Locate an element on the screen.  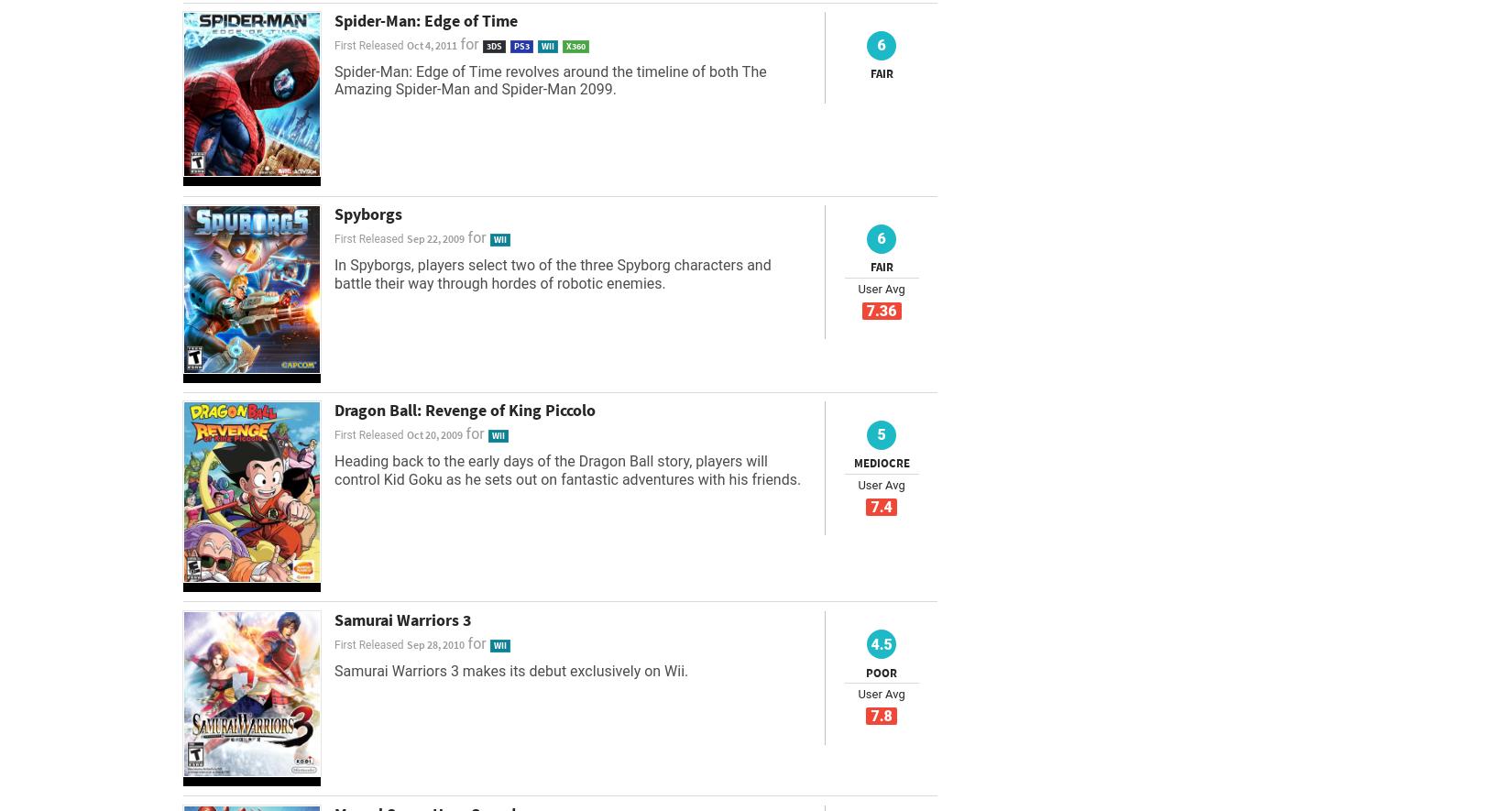
'3DS' is located at coordinates (484, 44).